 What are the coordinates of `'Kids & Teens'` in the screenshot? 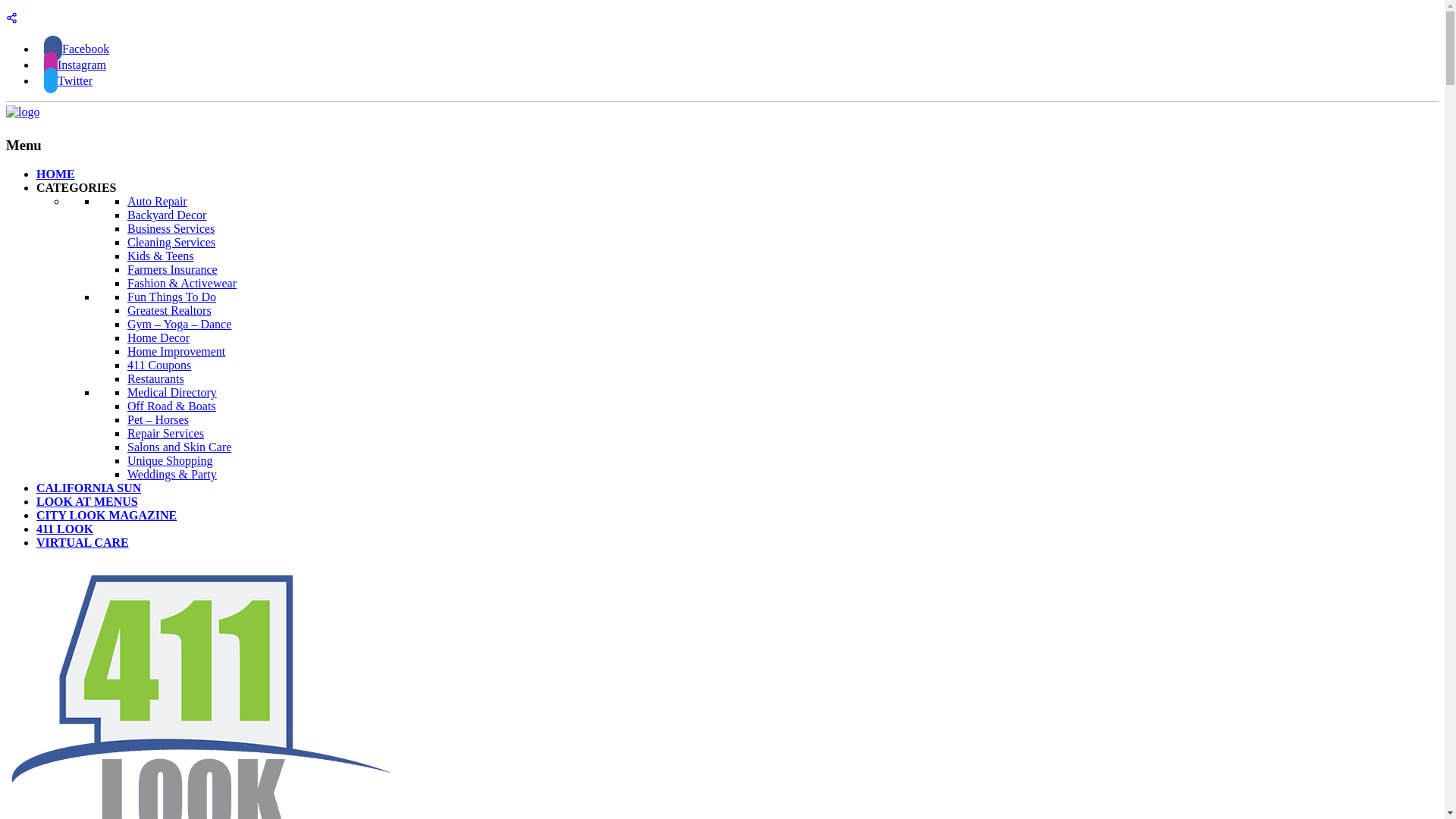 It's located at (160, 255).